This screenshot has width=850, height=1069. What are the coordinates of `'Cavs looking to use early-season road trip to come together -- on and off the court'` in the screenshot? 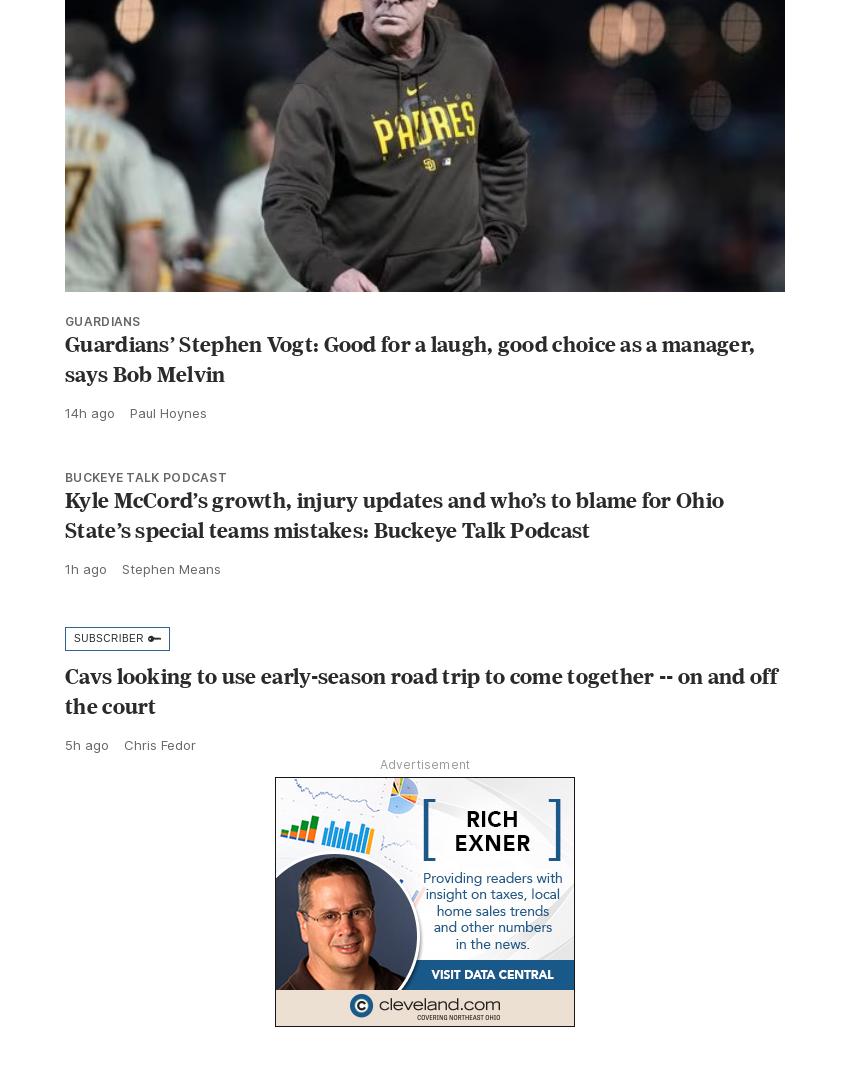 It's located at (420, 732).